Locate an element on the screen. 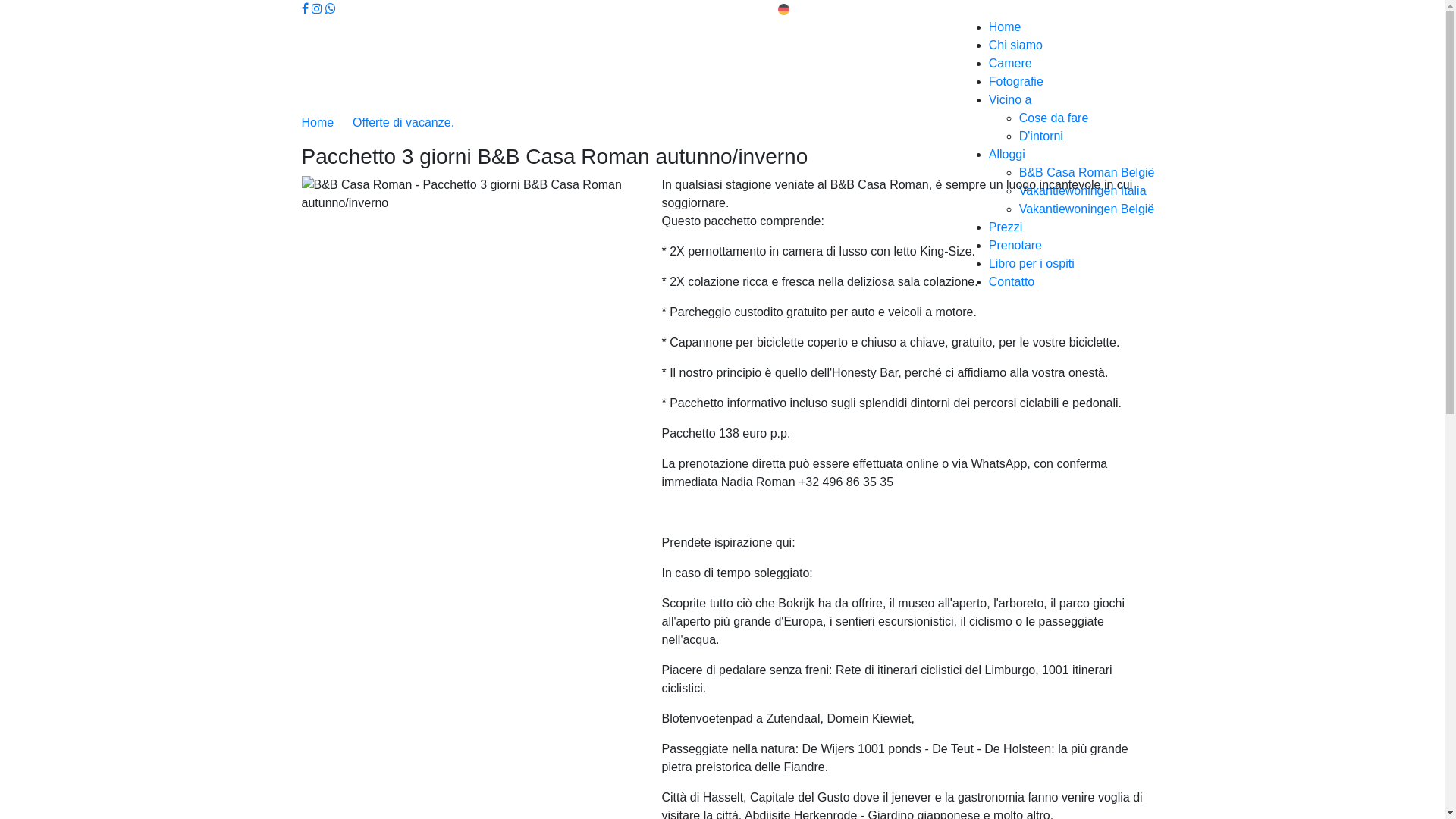 This screenshot has width=1456, height=819. 'Contatto' is located at coordinates (989, 281).